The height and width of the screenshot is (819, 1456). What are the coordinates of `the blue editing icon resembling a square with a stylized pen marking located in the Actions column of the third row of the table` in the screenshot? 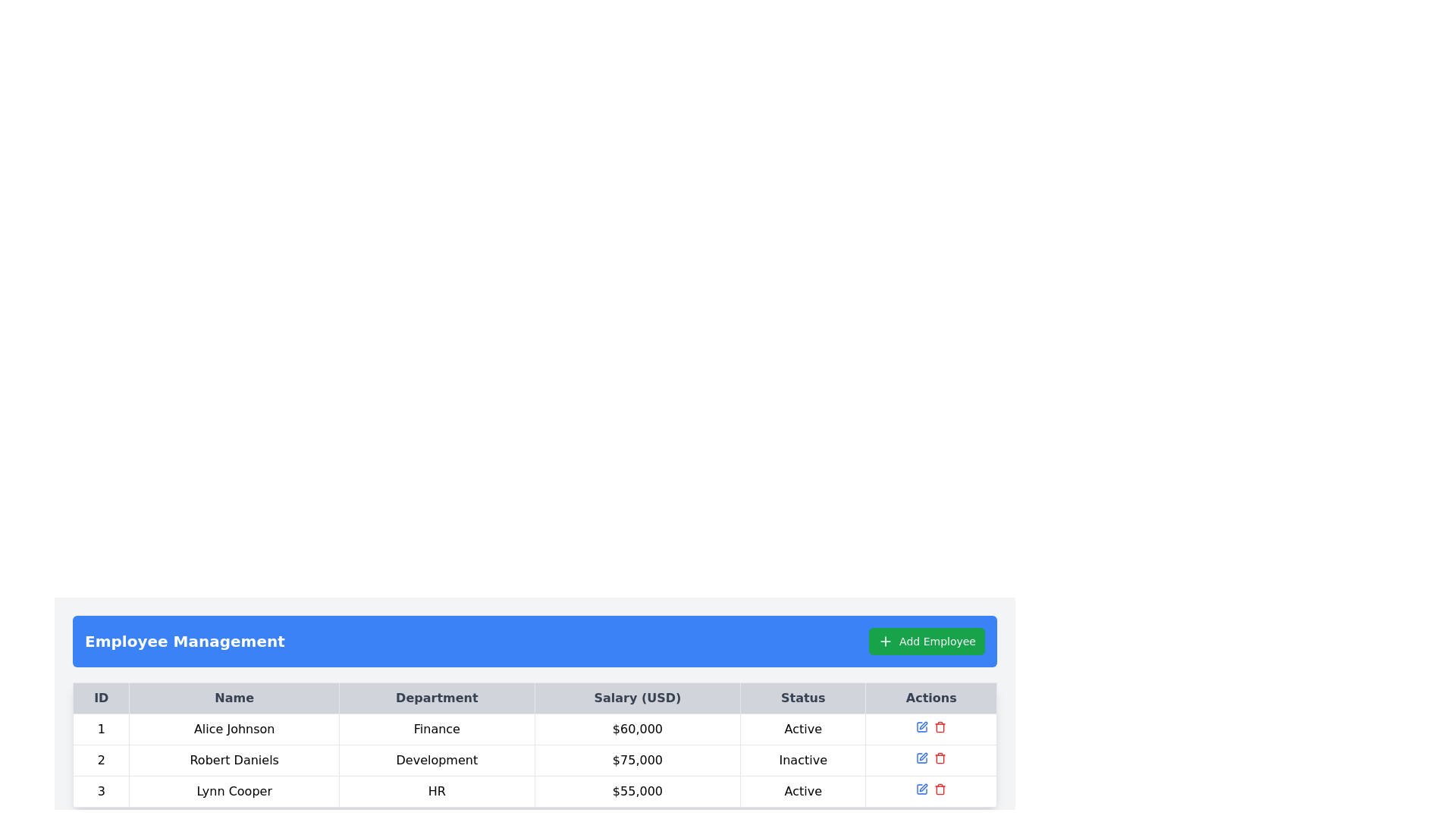 It's located at (921, 758).